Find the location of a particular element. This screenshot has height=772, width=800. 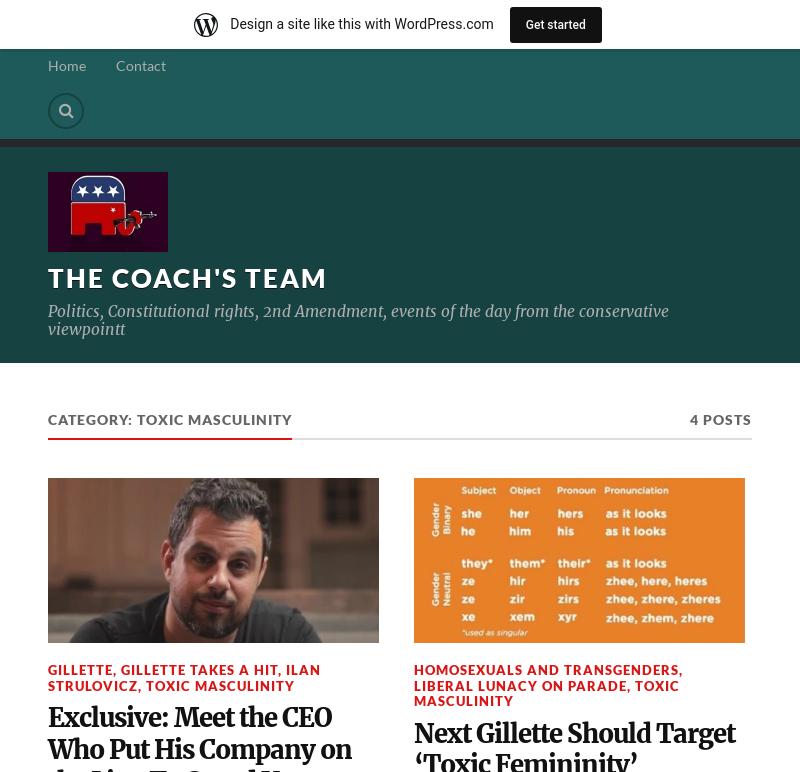

'Gillette takes a hit' is located at coordinates (198, 670).